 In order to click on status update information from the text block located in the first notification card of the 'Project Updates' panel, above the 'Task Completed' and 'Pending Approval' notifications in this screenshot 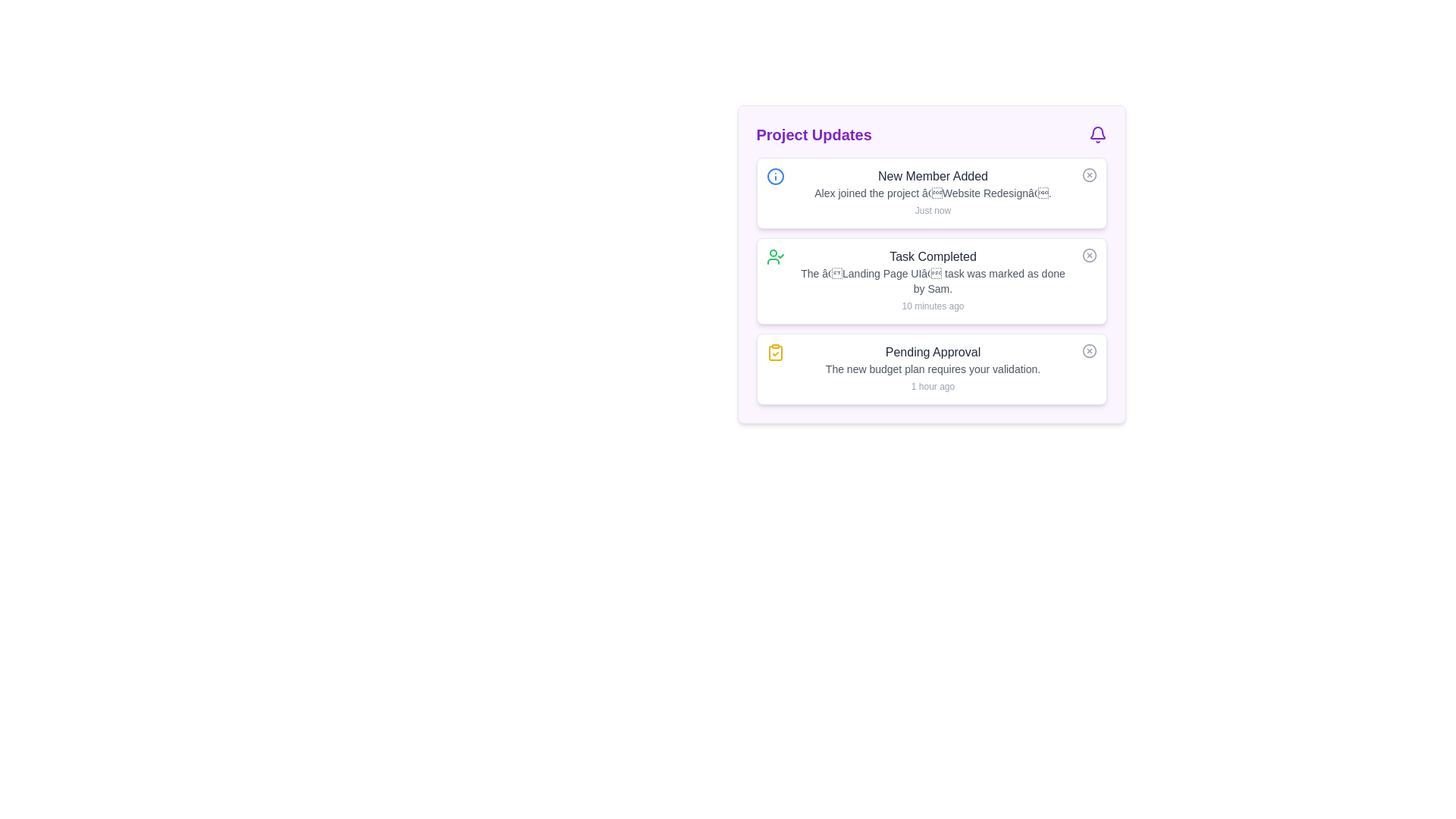, I will do `click(932, 192)`.